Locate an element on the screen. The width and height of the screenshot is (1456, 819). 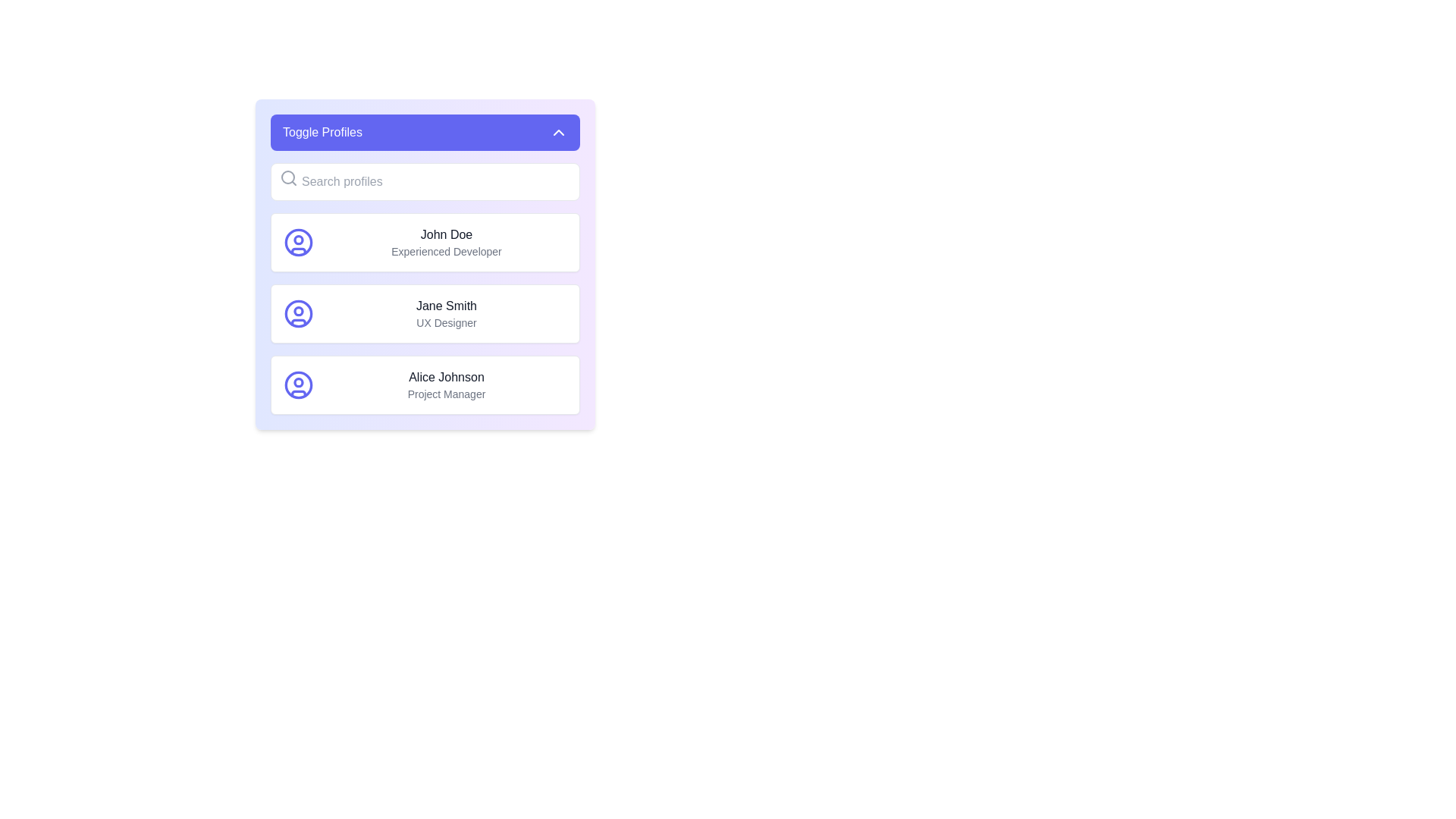
the text element displaying the name 'Jane Smith' in bold font within the profile card interface, positioned centrally above the subtitle 'UX Designer' is located at coordinates (446, 306).